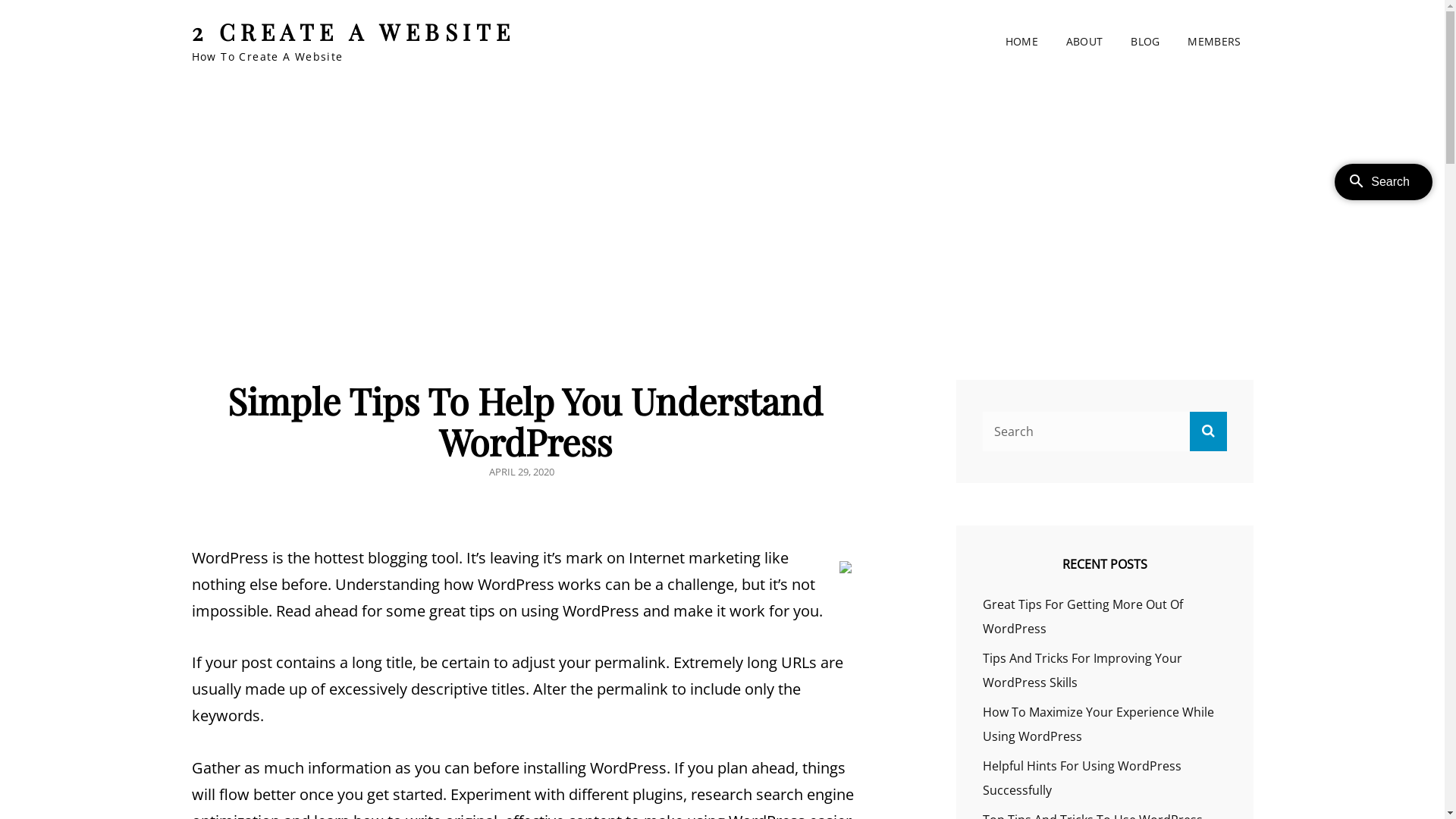  What do you see at coordinates (1214, 40) in the screenshot?
I see `'MEMBERS'` at bounding box center [1214, 40].